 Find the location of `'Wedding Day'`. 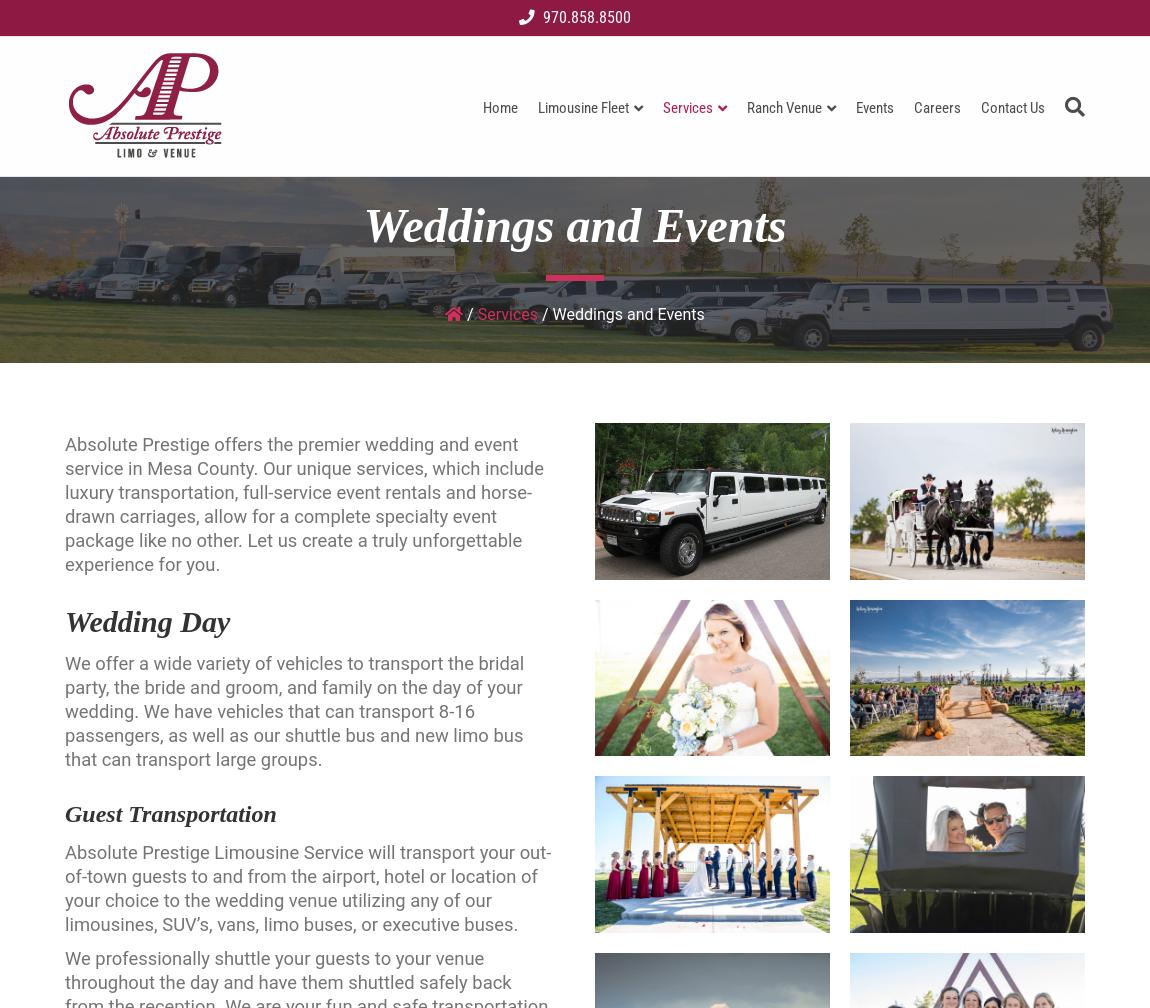

'Wedding Day' is located at coordinates (146, 621).